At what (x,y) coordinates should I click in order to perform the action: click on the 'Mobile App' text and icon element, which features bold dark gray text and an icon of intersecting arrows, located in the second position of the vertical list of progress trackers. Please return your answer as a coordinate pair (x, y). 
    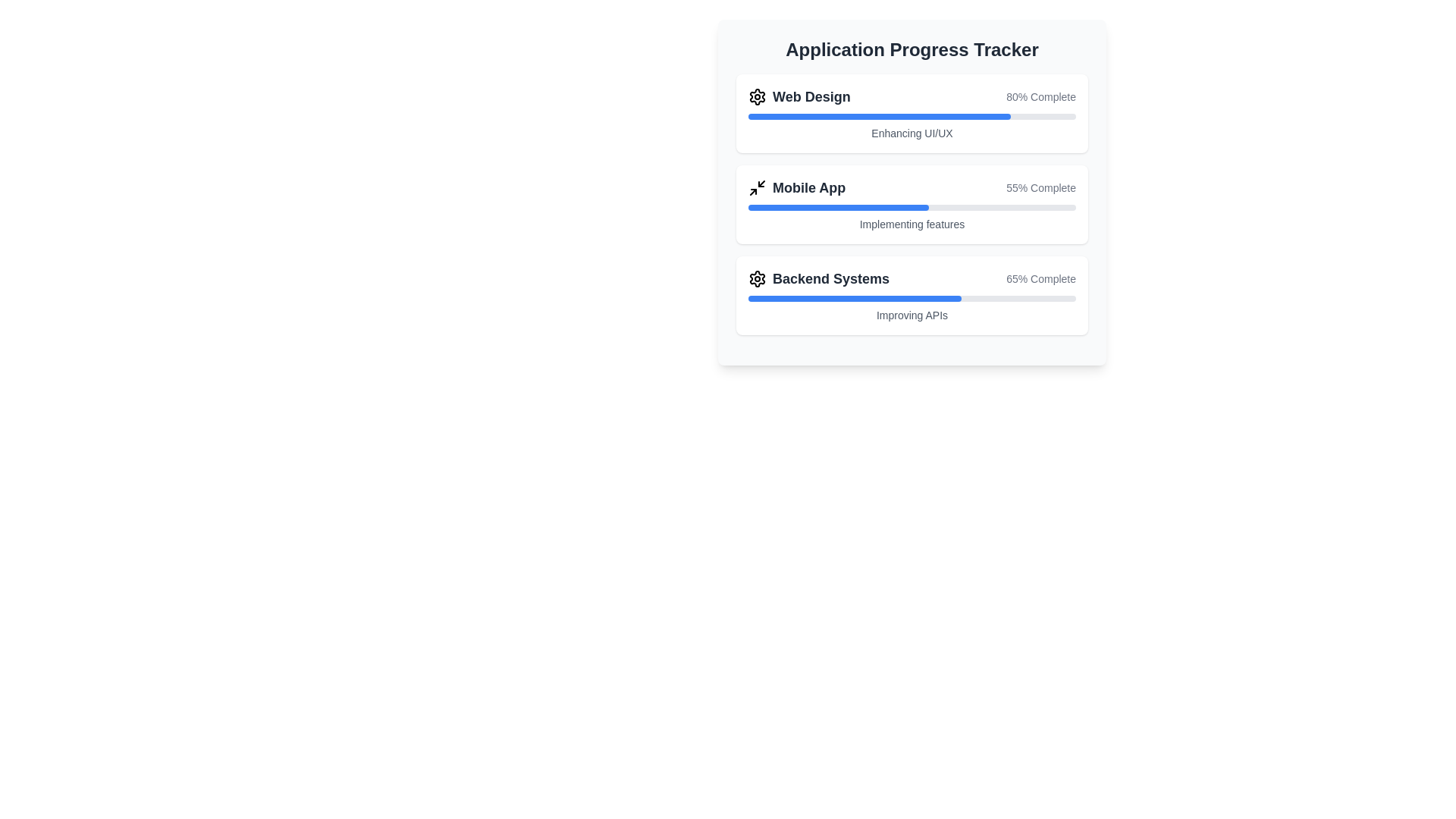
    Looking at the image, I should click on (796, 187).